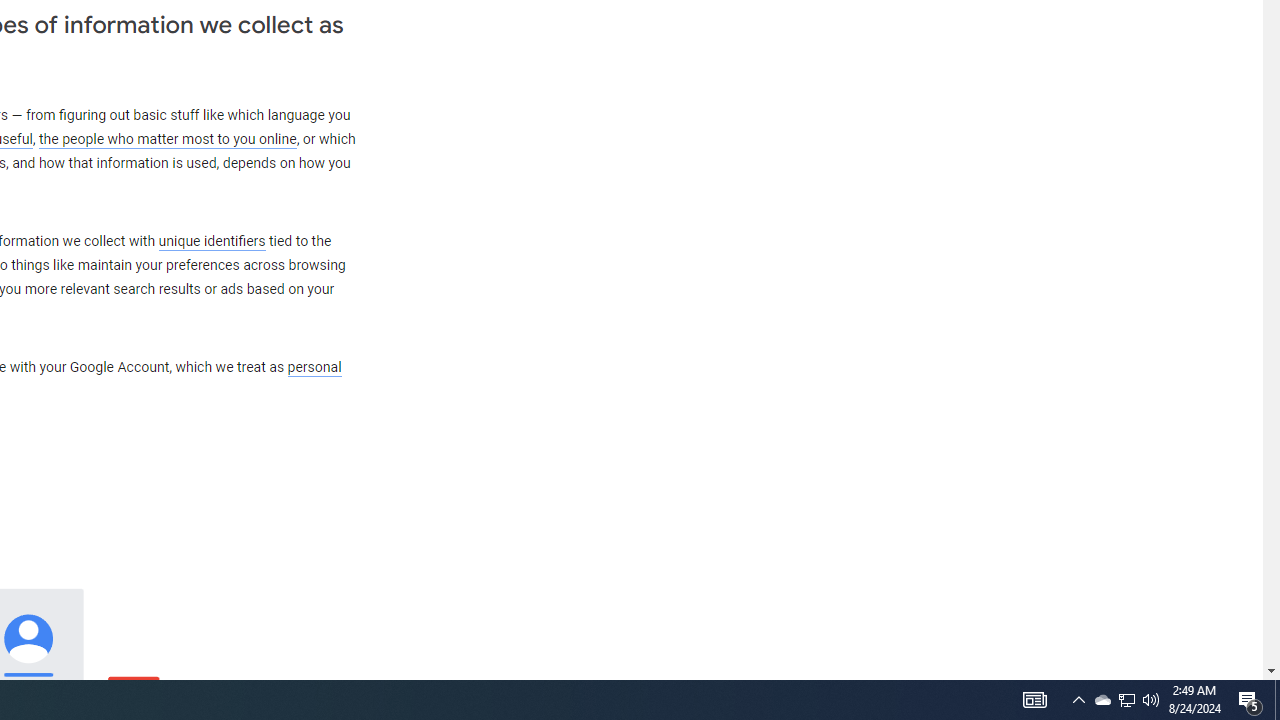 This screenshot has height=720, width=1280. I want to click on 'the people who matter most to you online', so click(167, 138).